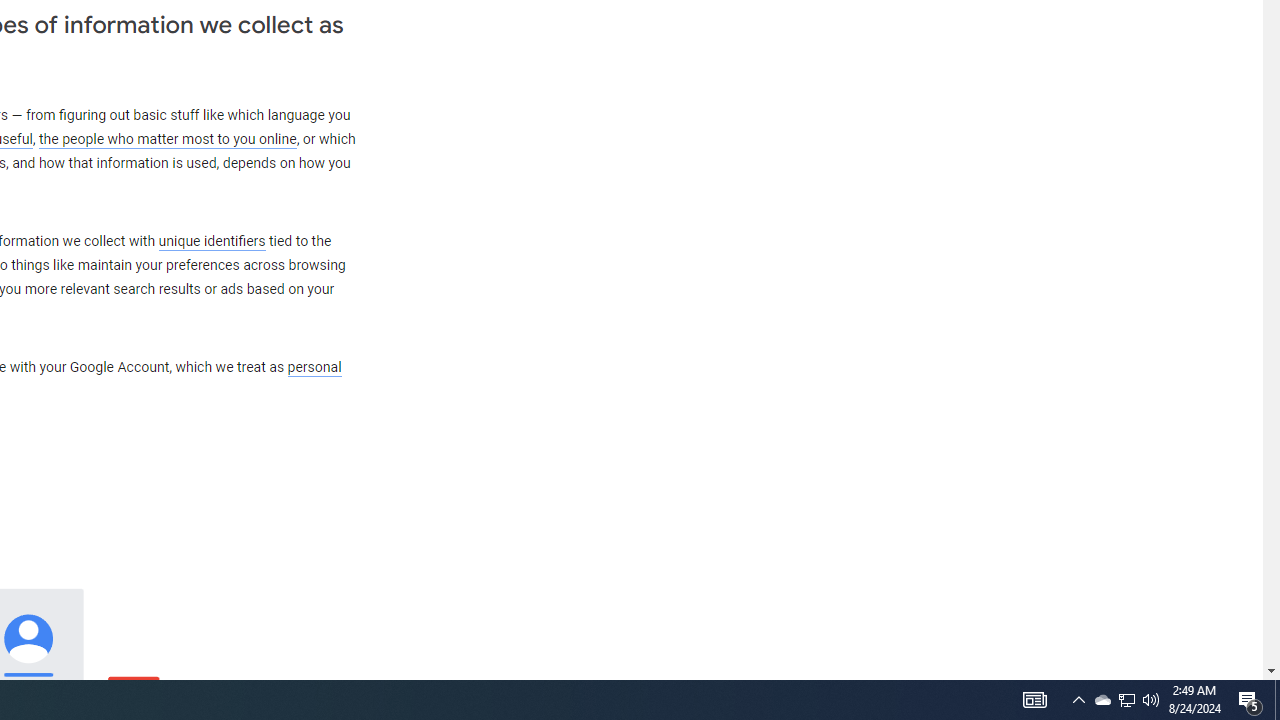 This screenshot has height=720, width=1280. I want to click on 'the people who matter most to you online', so click(167, 138).